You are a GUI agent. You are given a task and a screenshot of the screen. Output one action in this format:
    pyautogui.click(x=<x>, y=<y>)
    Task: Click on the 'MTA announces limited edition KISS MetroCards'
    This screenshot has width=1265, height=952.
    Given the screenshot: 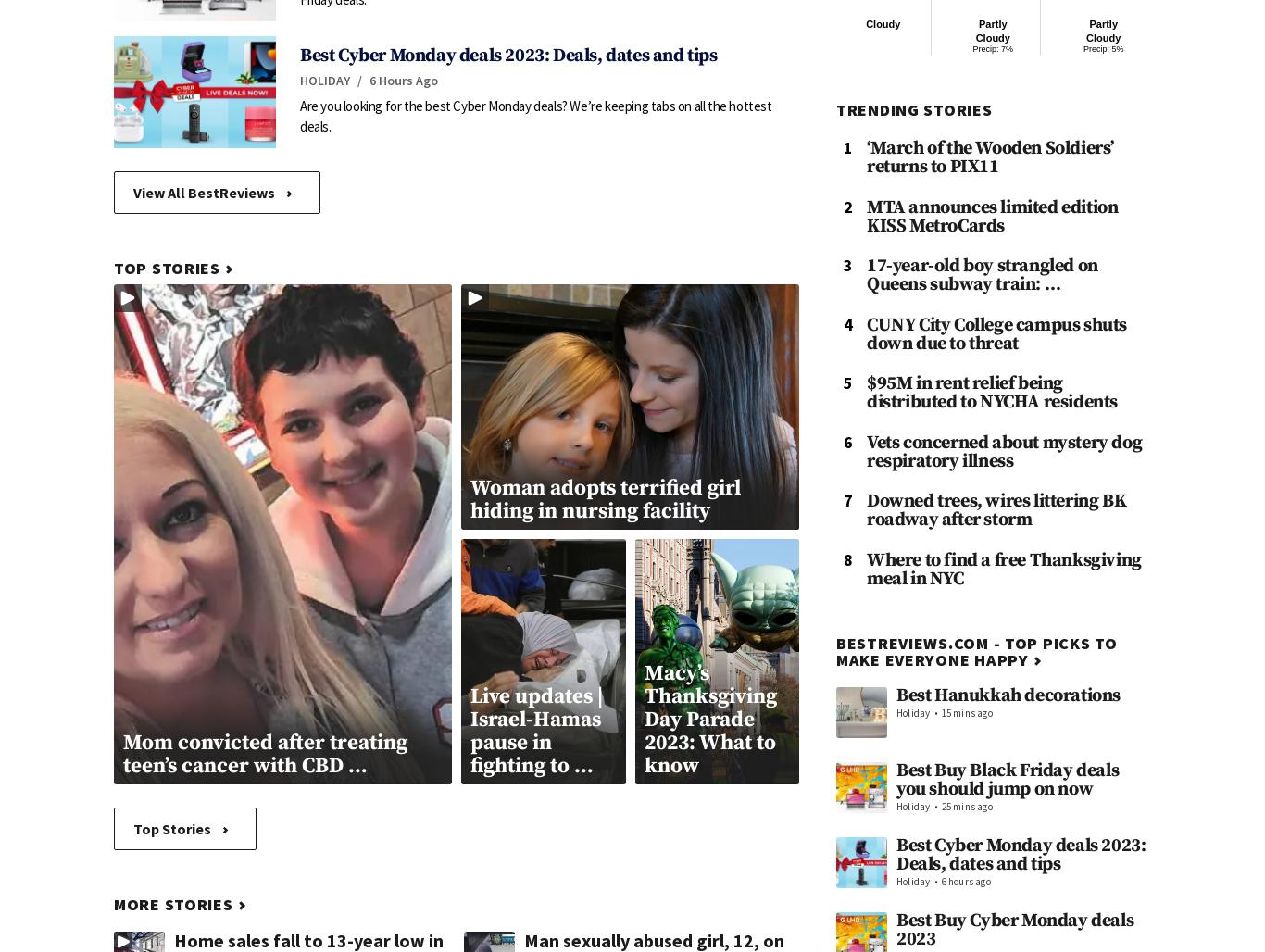 What is the action you would take?
    pyautogui.click(x=991, y=215)
    